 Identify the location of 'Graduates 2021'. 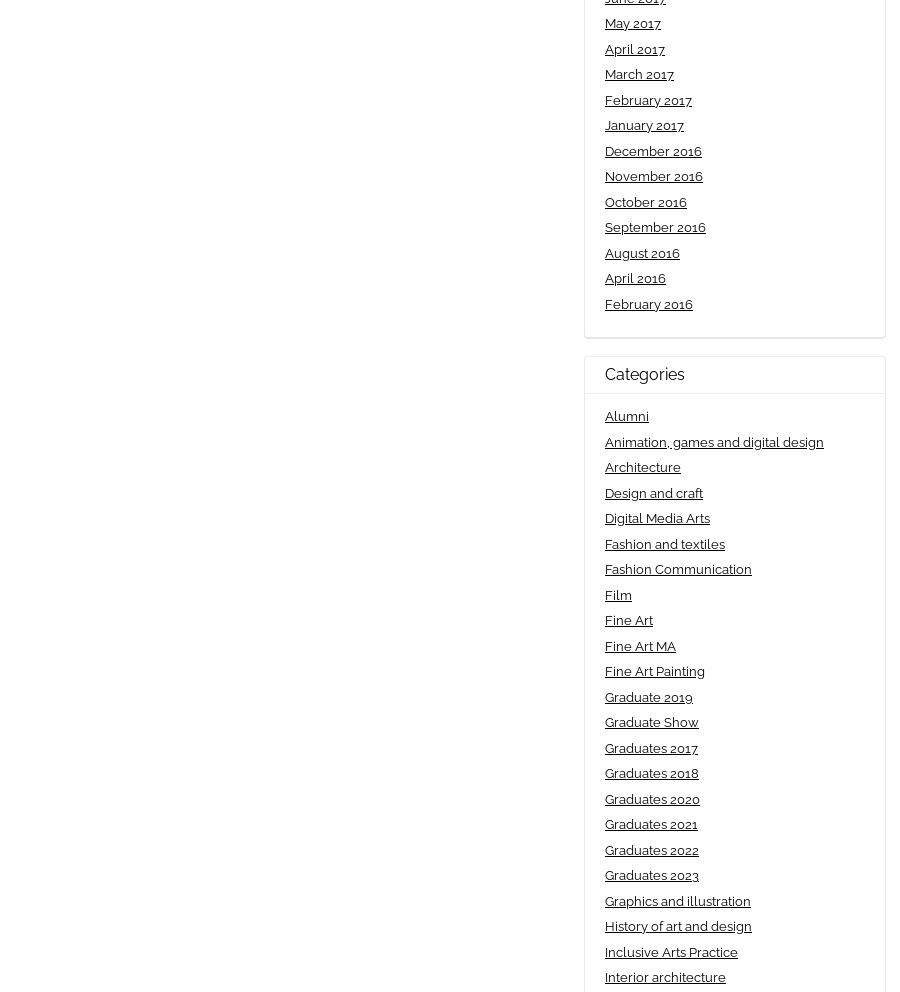
(651, 824).